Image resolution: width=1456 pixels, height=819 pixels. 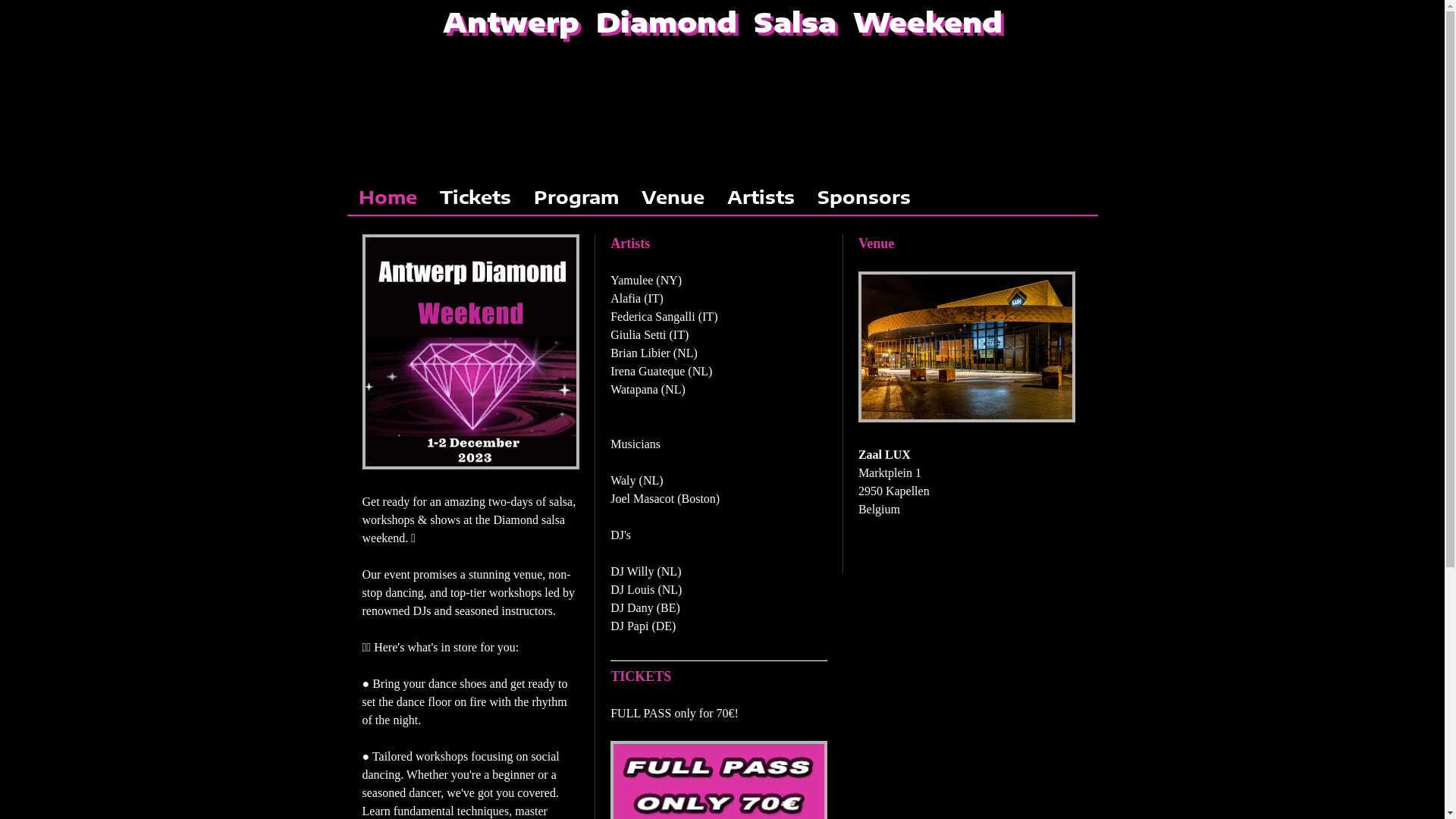 I want to click on 'Home', so click(x=388, y=195).